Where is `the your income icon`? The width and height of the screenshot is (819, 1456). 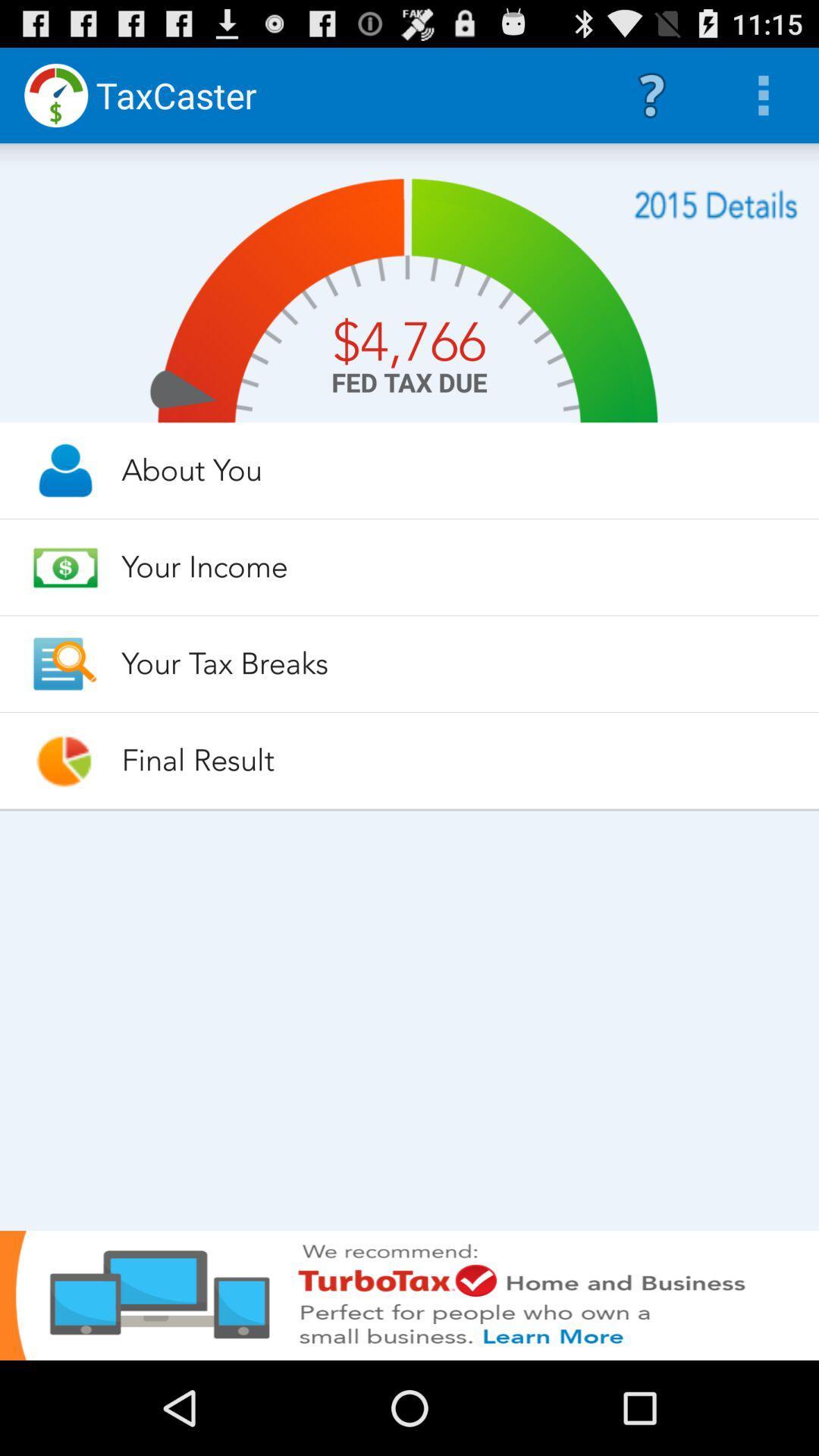
the your income icon is located at coordinates (456, 566).